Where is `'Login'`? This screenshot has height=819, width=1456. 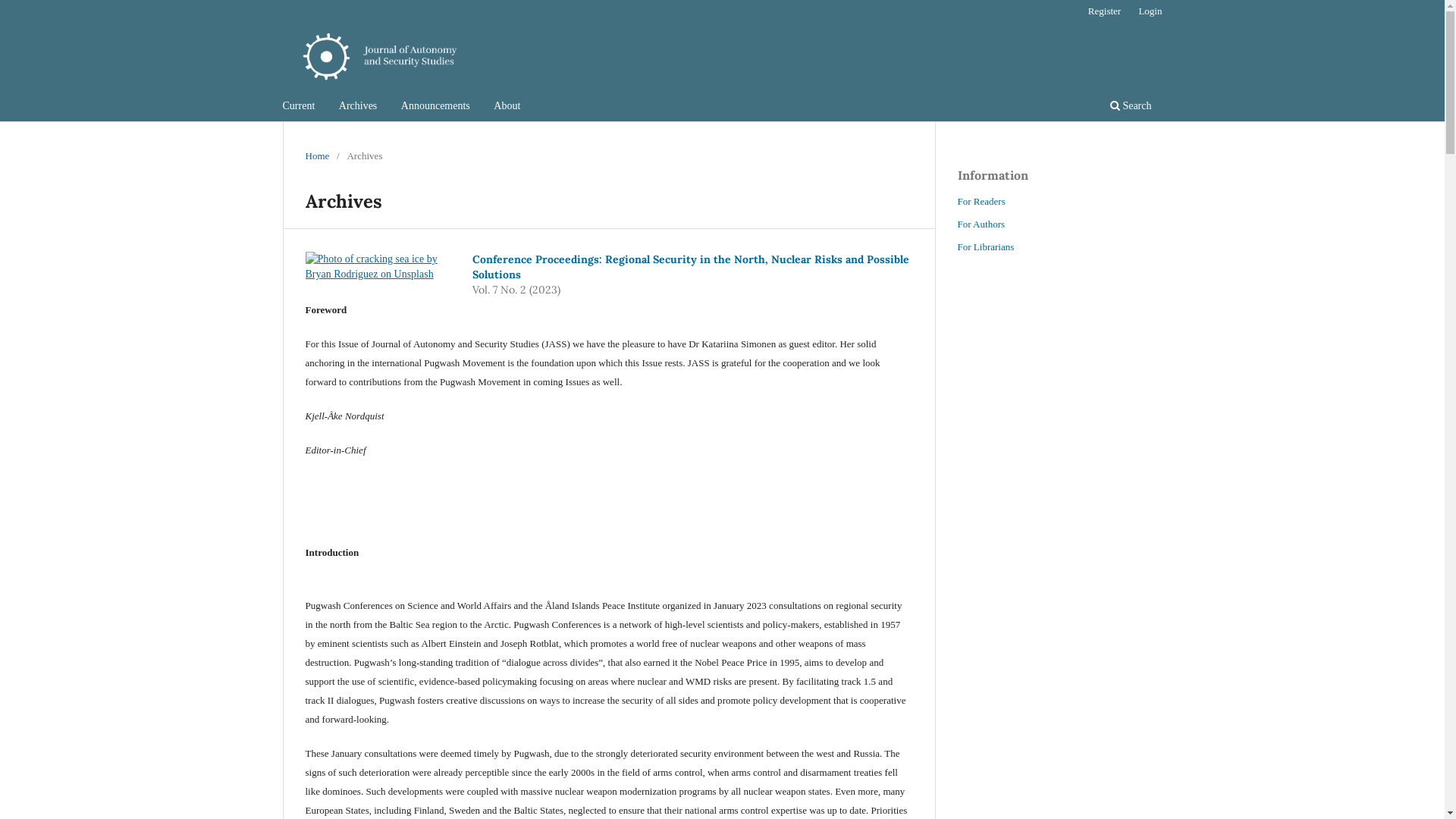
'Login' is located at coordinates (1131, 11).